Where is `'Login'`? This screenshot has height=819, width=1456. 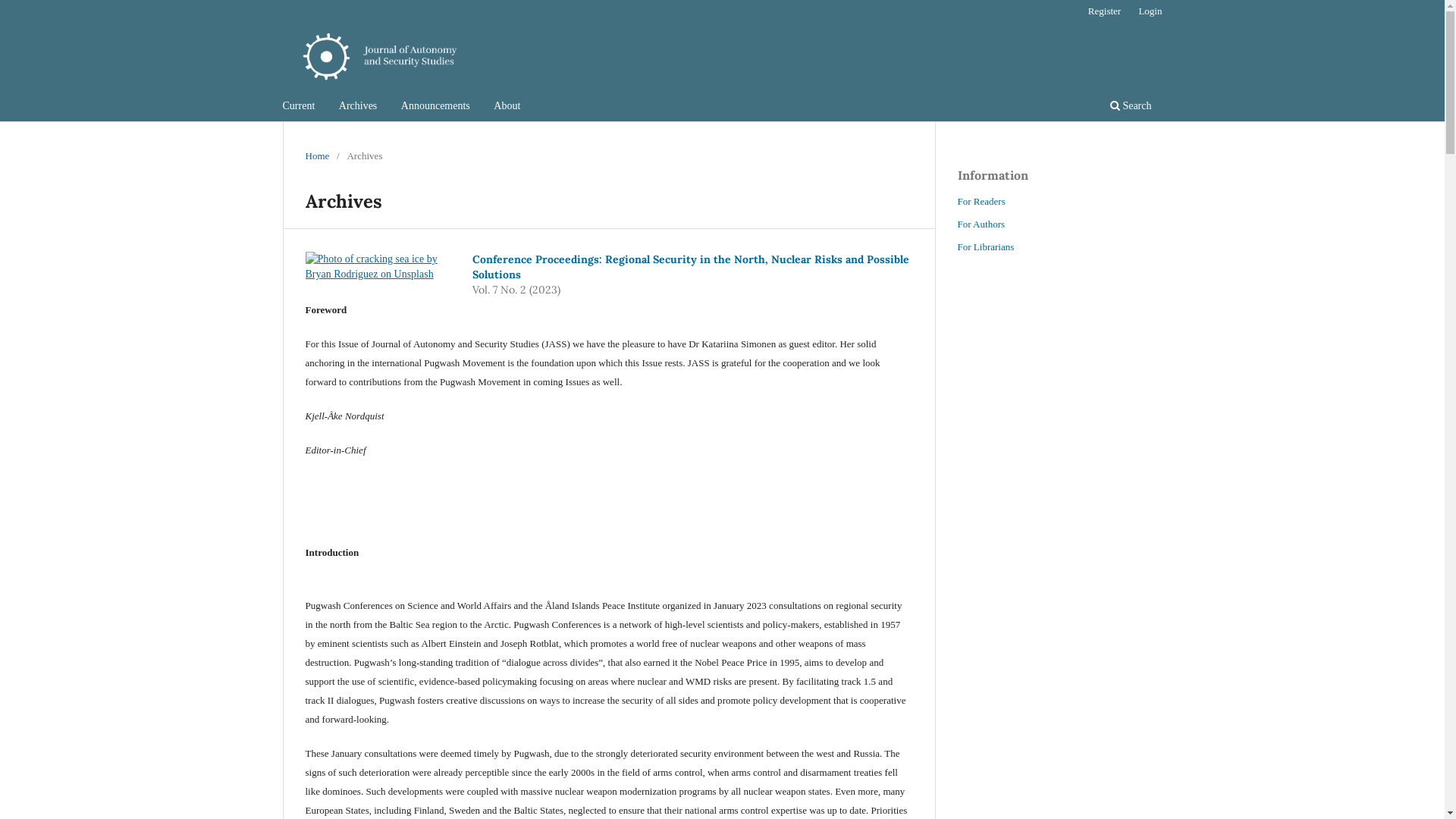
'Login' is located at coordinates (1131, 11).